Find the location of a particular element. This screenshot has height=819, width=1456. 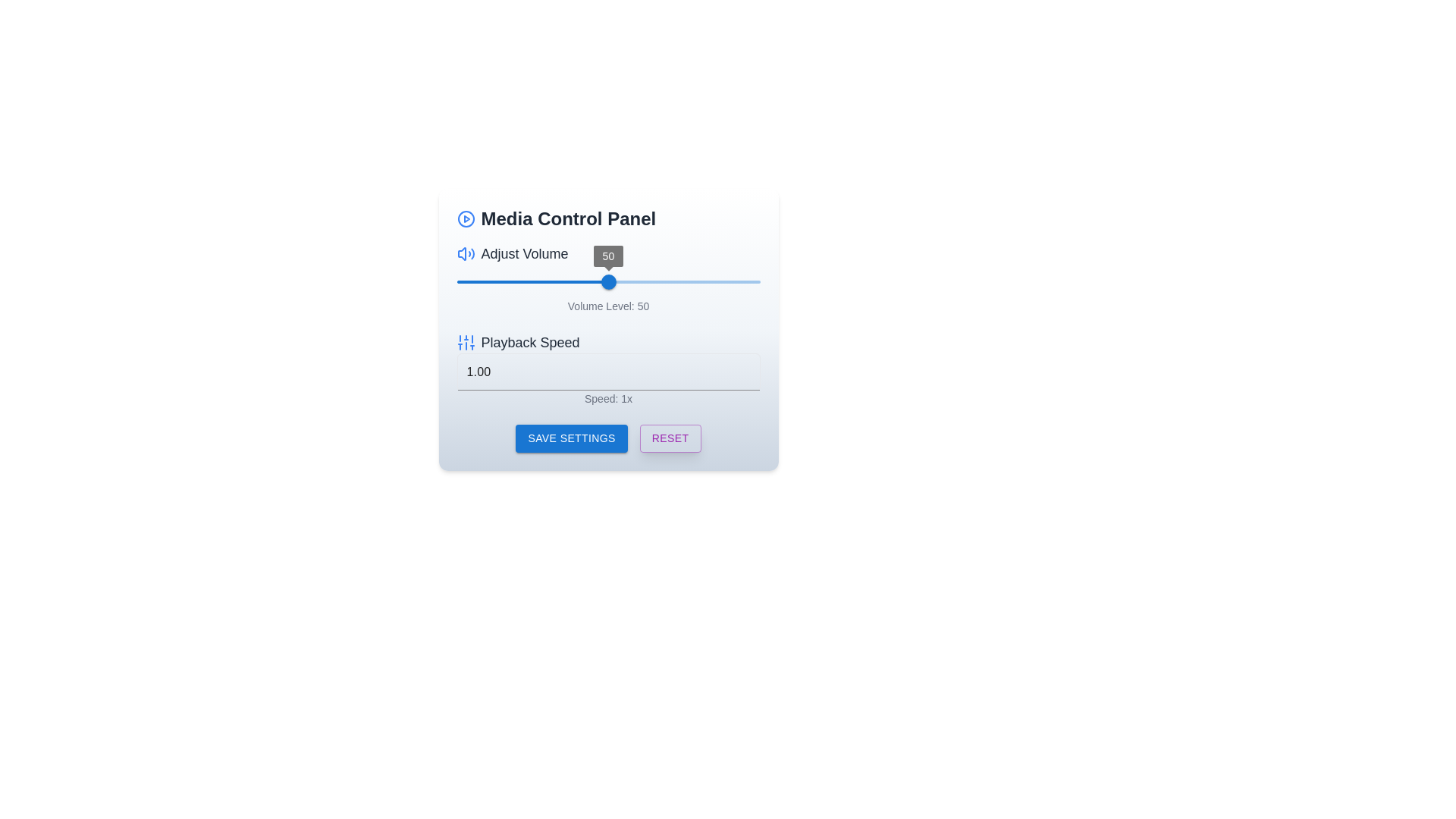

volume is located at coordinates (553, 281).